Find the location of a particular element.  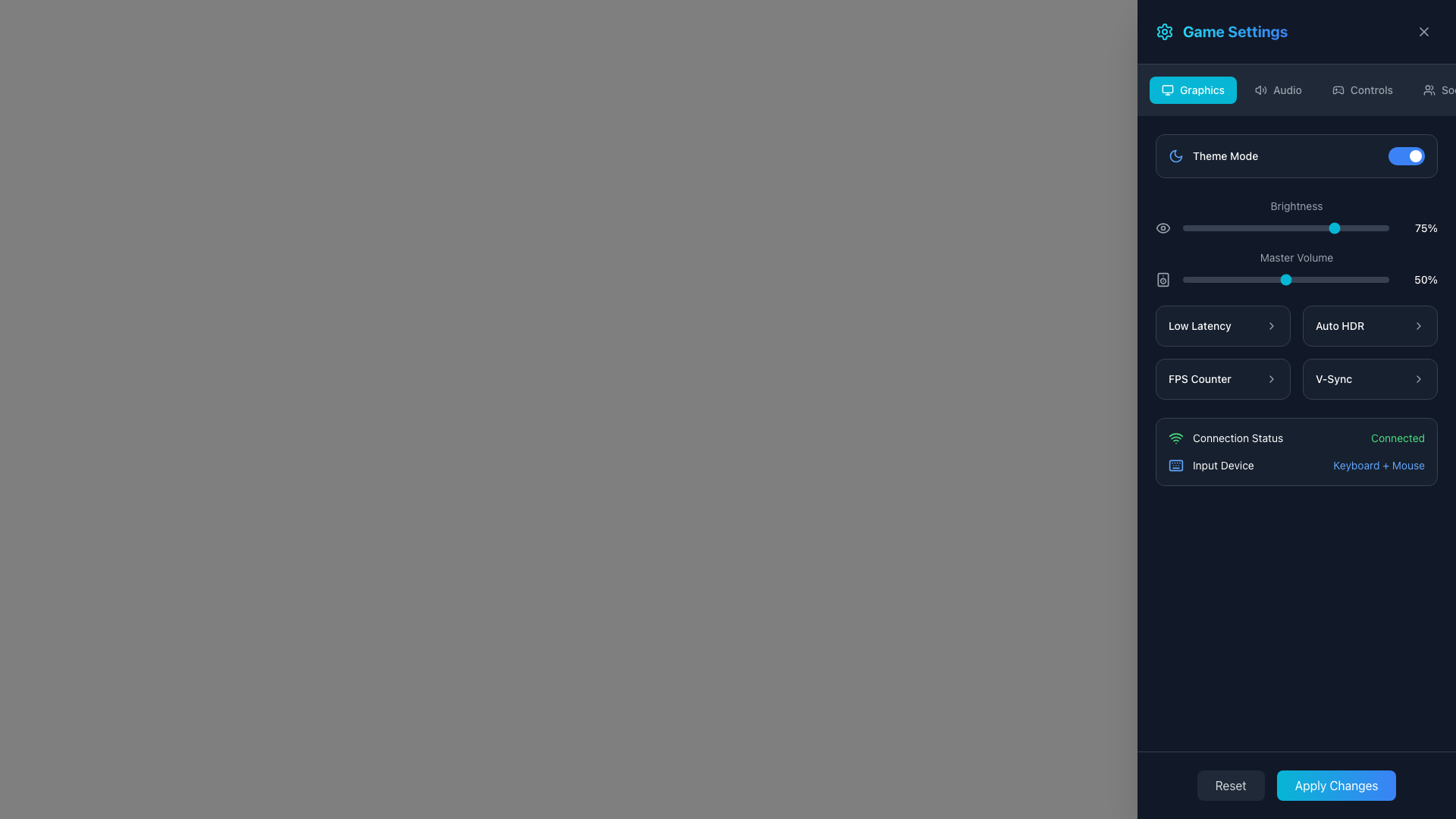

the 'Controls' icon located in the upper section of the menu panel, positioned left of the 'Controls' text label is located at coordinates (1338, 90).